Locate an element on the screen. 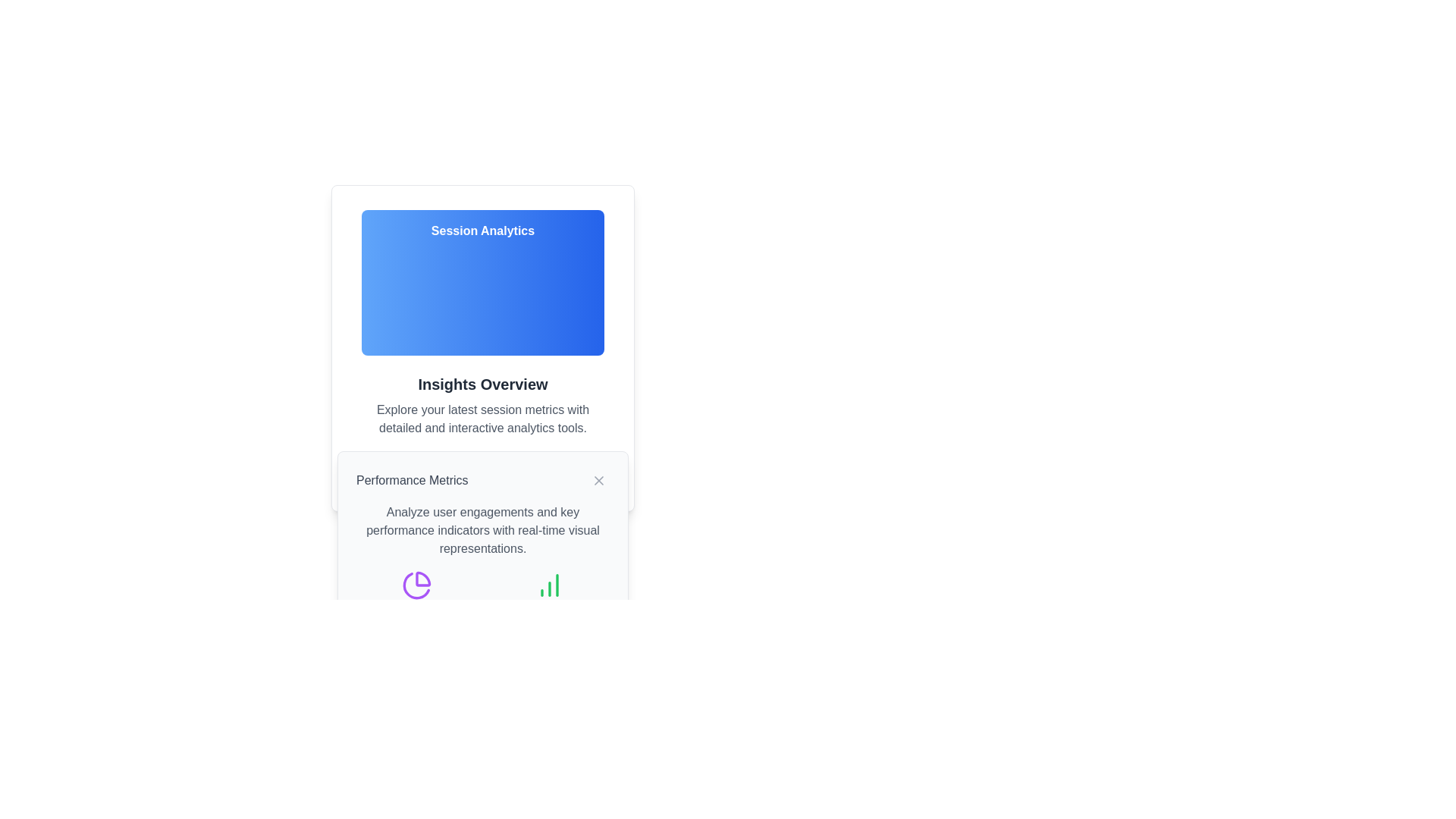 This screenshot has height=819, width=1456. the Text Label that serves as the header for the section, positioned below 'Insights Overview' and above descriptive text and visuals is located at coordinates (412, 480).